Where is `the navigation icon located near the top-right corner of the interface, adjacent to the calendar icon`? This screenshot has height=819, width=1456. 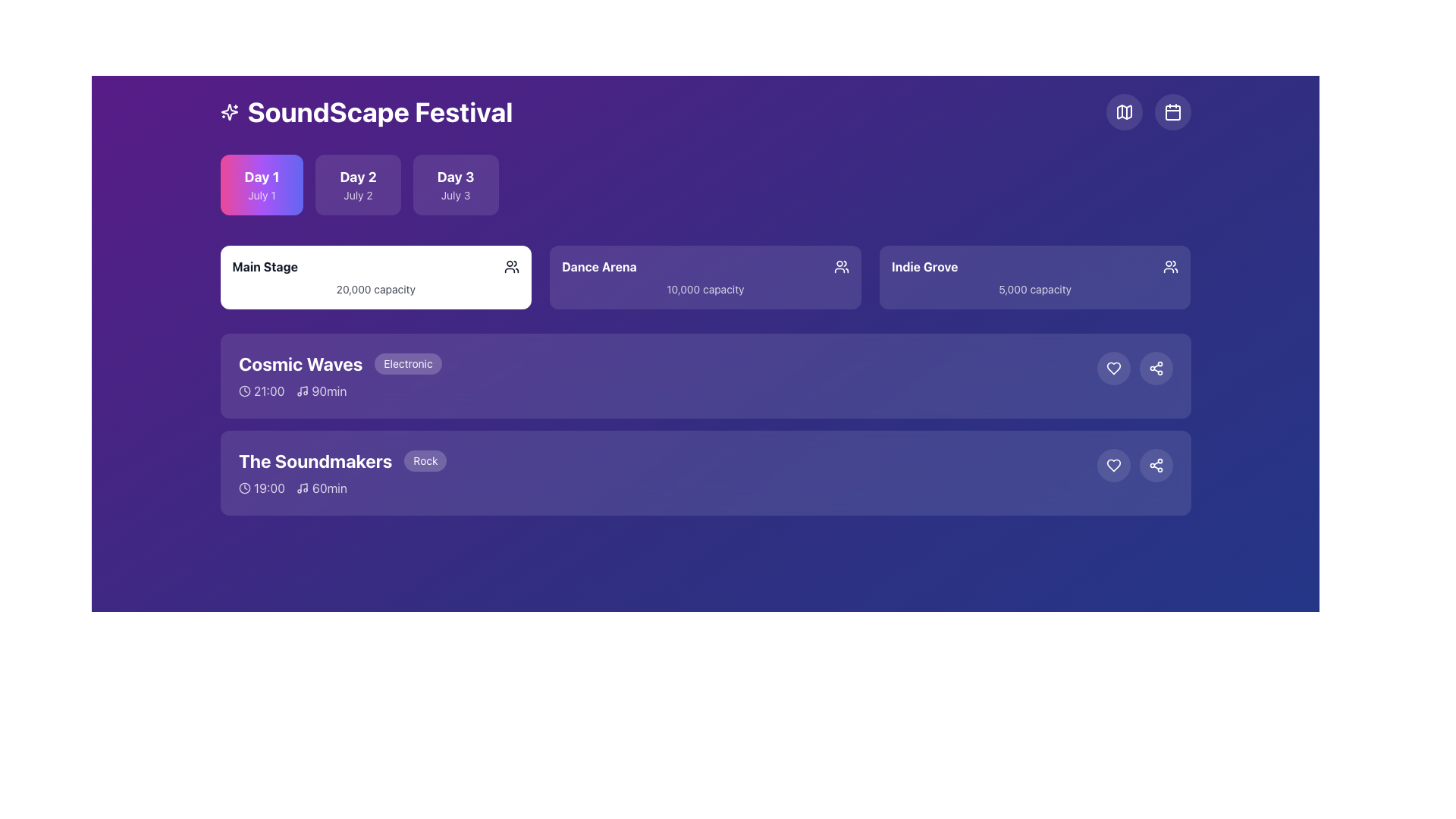
the navigation icon located near the top-right corner of the interface, adjacent to the calendar icon is located at coordinates (1124, 111).